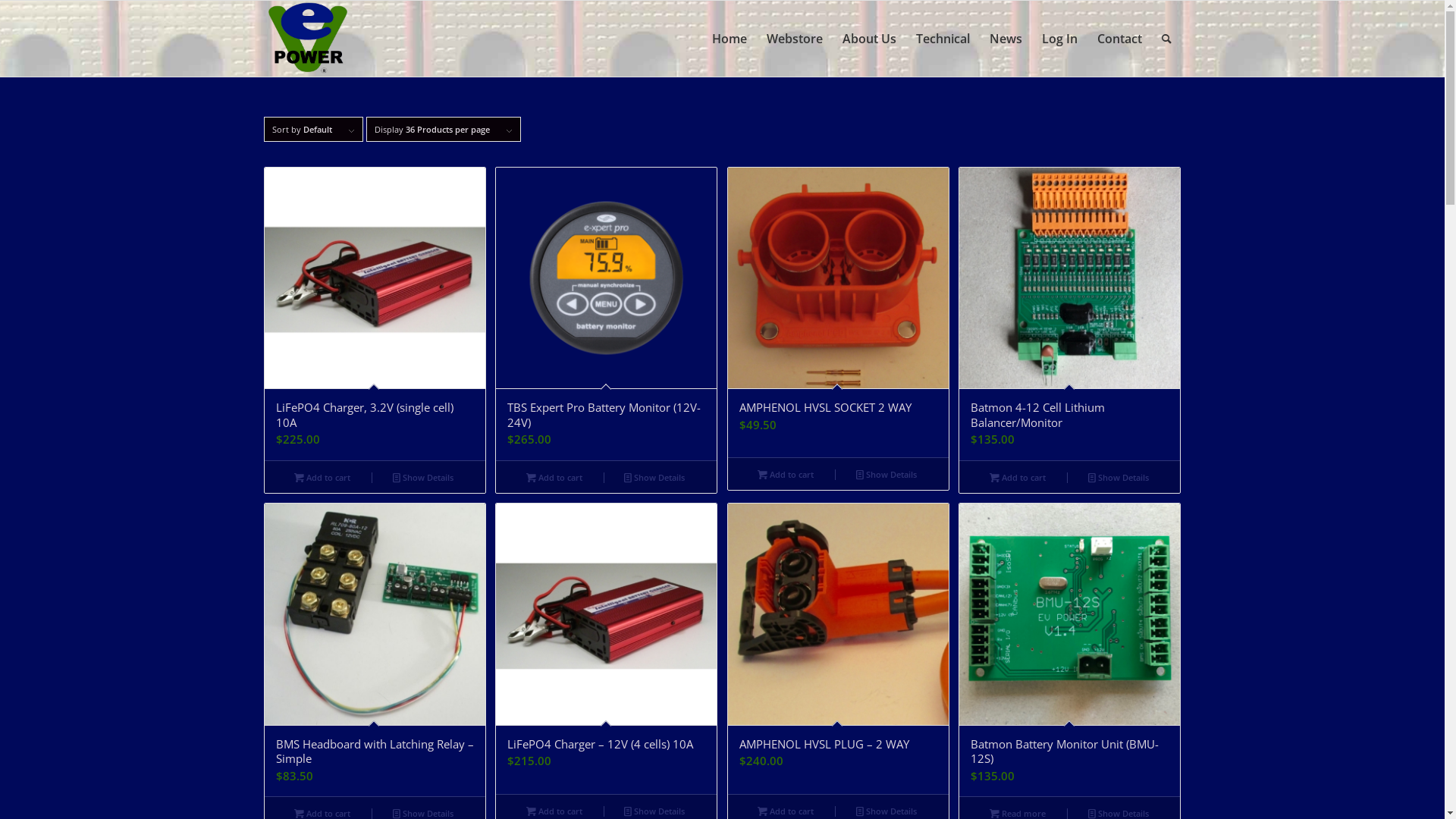 The height and width of the screenshot is (819, 1456). What do you see at coordinates (1087, 37) in the screenshot?
I see `'Contact'` at bounding box center [1087, 37].